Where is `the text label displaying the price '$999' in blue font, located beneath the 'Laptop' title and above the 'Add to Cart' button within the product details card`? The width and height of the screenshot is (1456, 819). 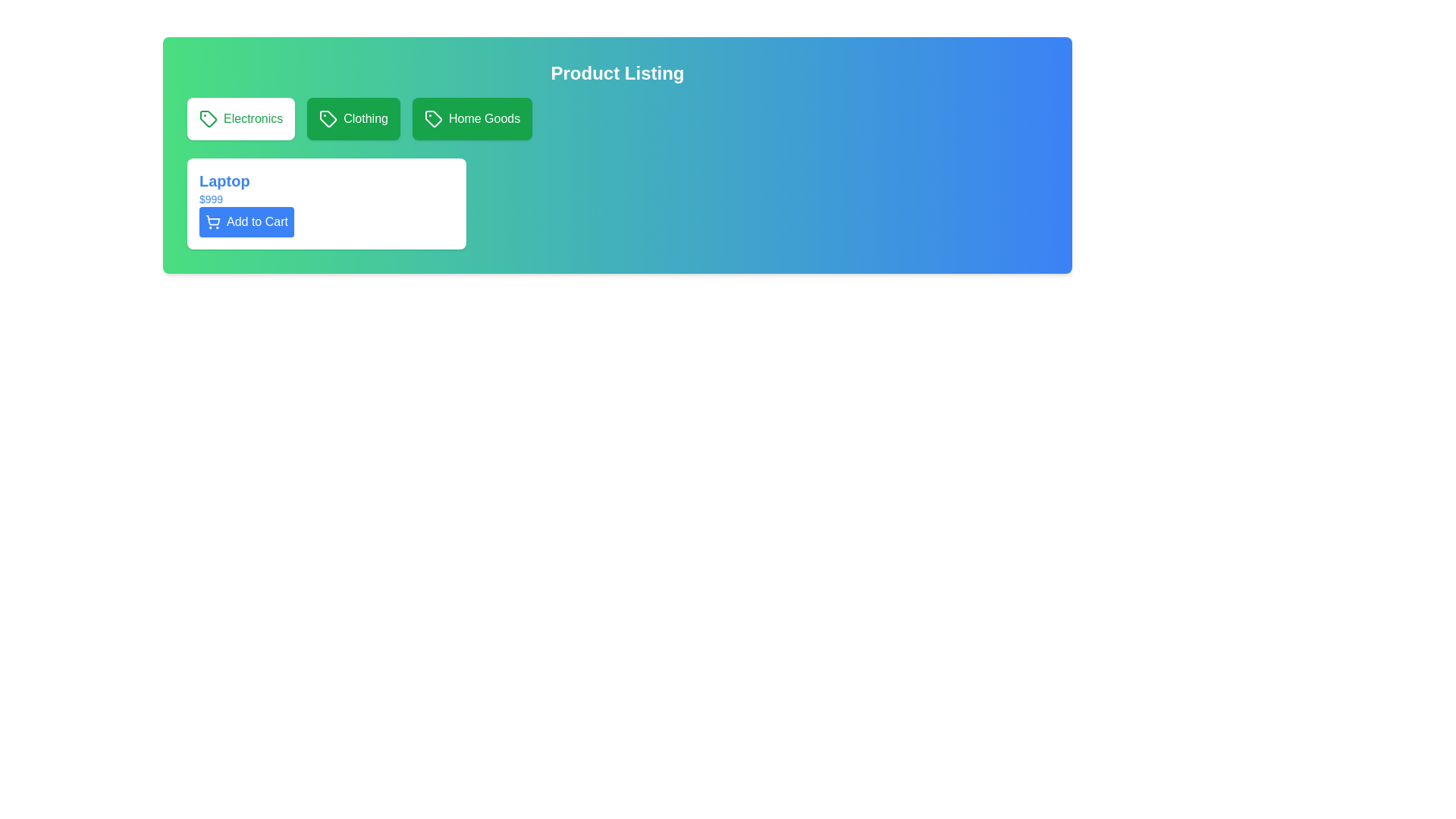 the text label displaying the price '$999' in blue font, located beneath the 'Laptop' title and above the 'Add to Cart' button within the product details card is located at coordinates (210, 198).